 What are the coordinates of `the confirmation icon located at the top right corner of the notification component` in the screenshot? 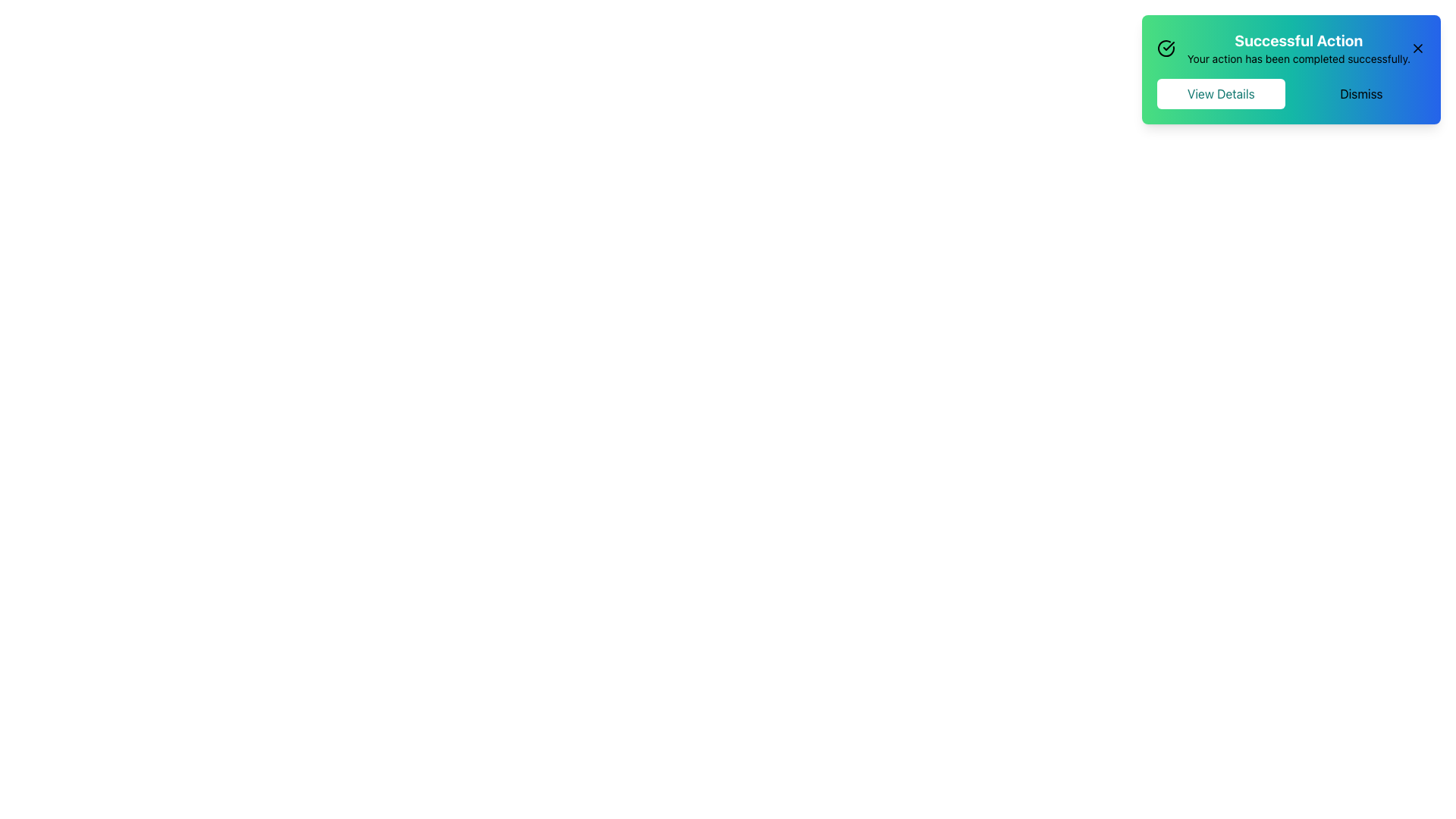 It's located at (1168, 45).